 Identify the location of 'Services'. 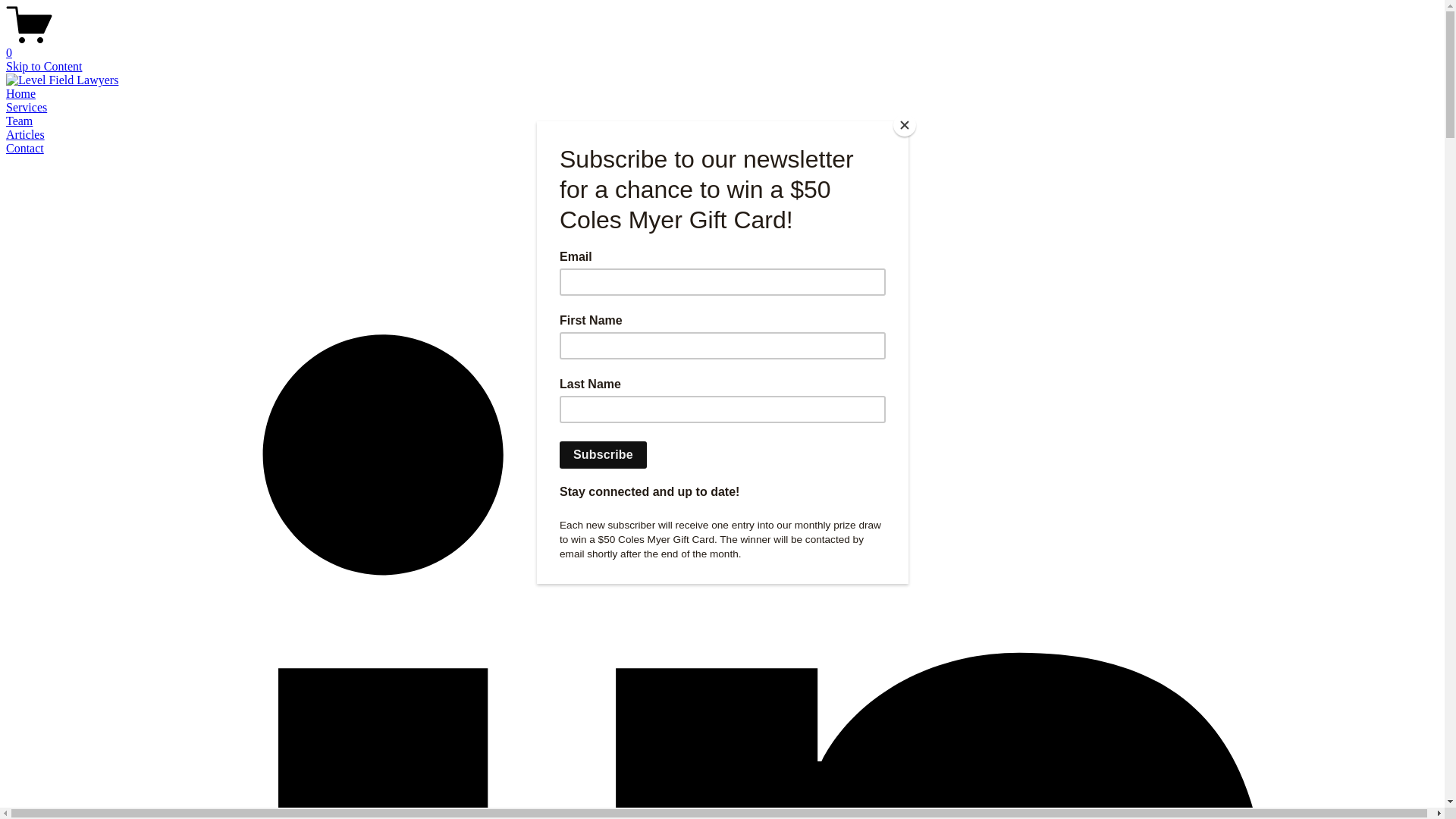
(26, 106).